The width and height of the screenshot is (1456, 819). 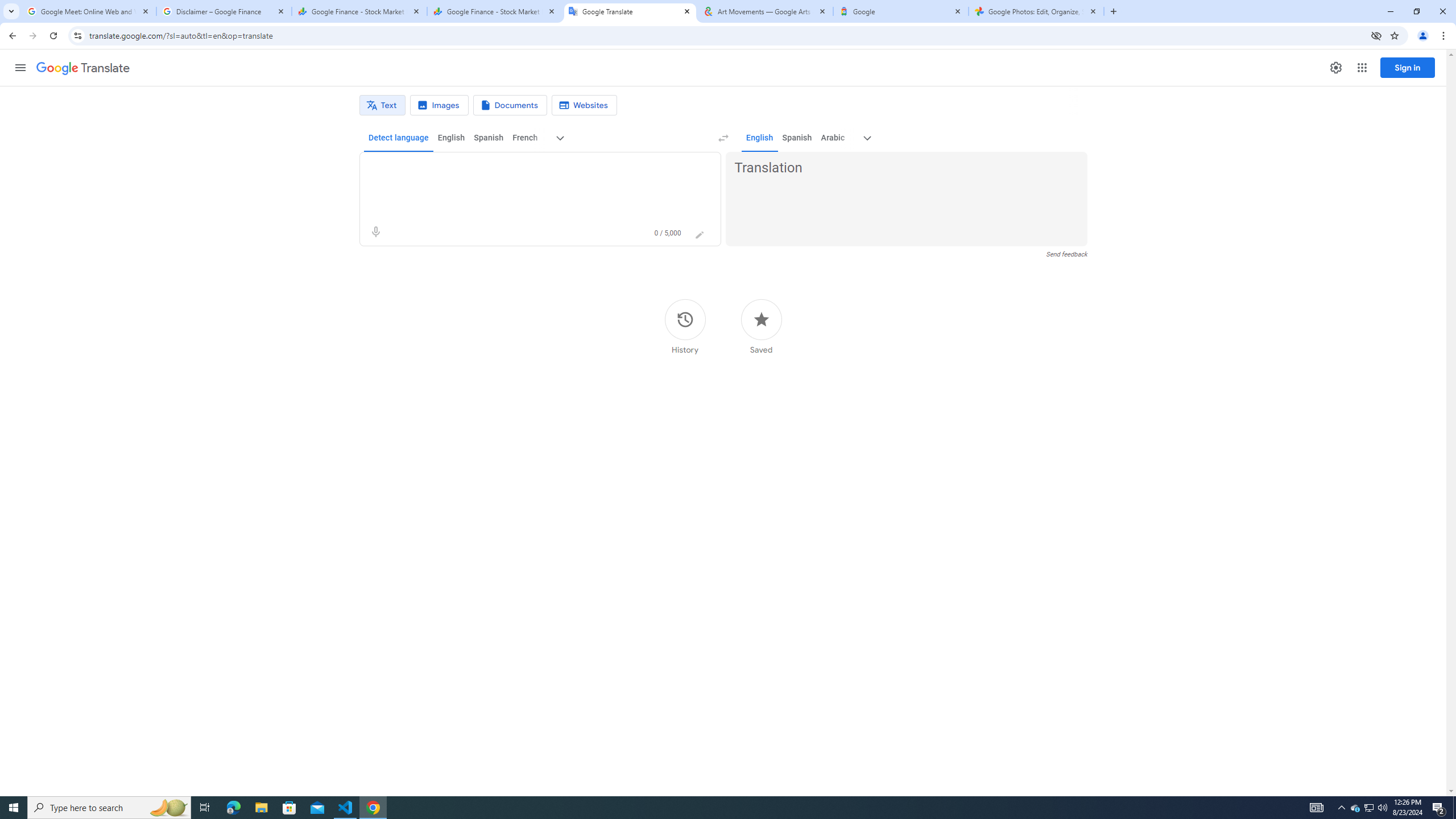 What do you see at coordinates (19, 67) in the screenshot?
I see `'Main menu'` at bounding box center [19, 67].